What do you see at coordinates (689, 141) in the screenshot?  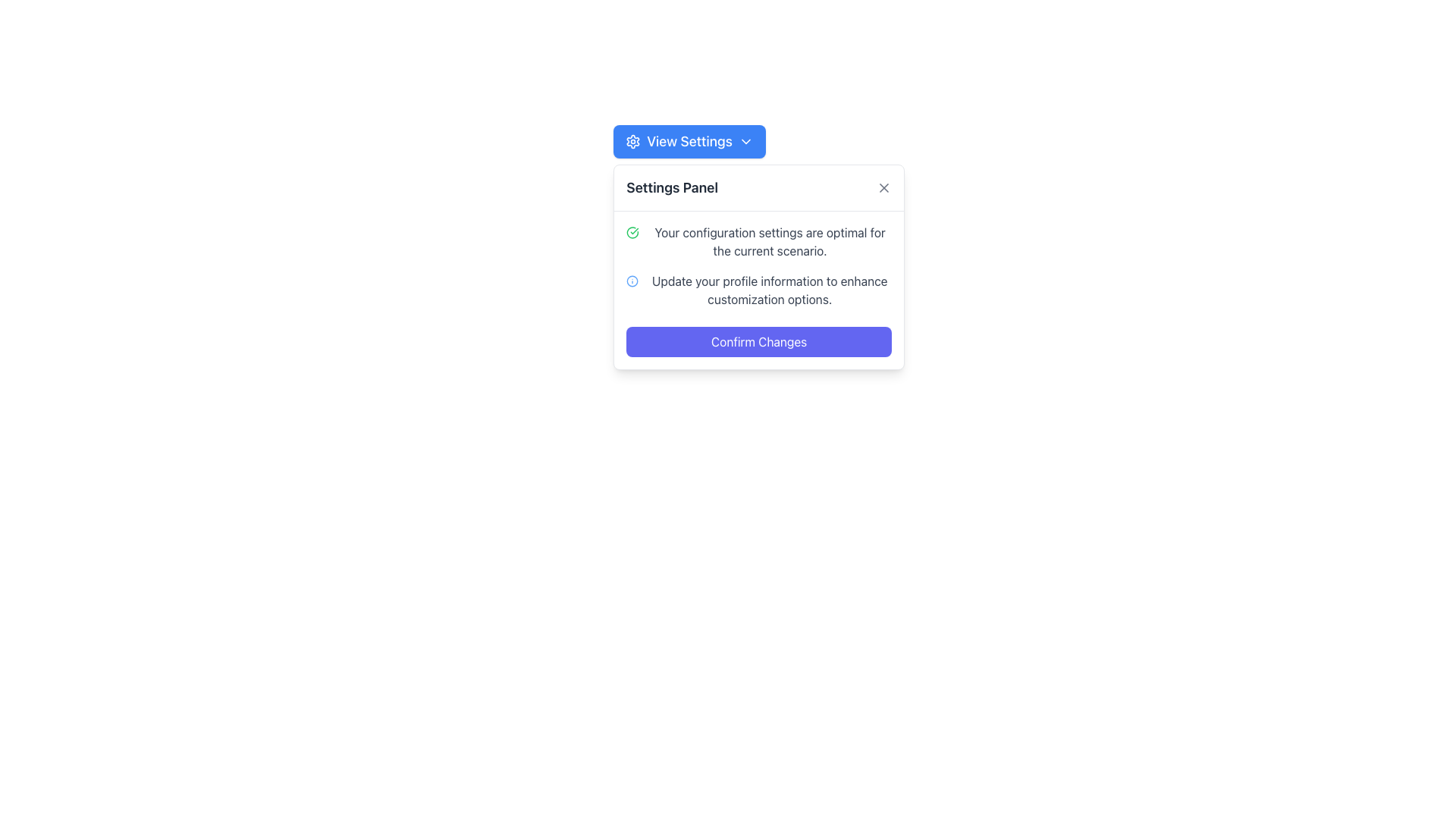 I see `the settings toggle button located at the top of the panel interface` at bounding box center [689, 141].